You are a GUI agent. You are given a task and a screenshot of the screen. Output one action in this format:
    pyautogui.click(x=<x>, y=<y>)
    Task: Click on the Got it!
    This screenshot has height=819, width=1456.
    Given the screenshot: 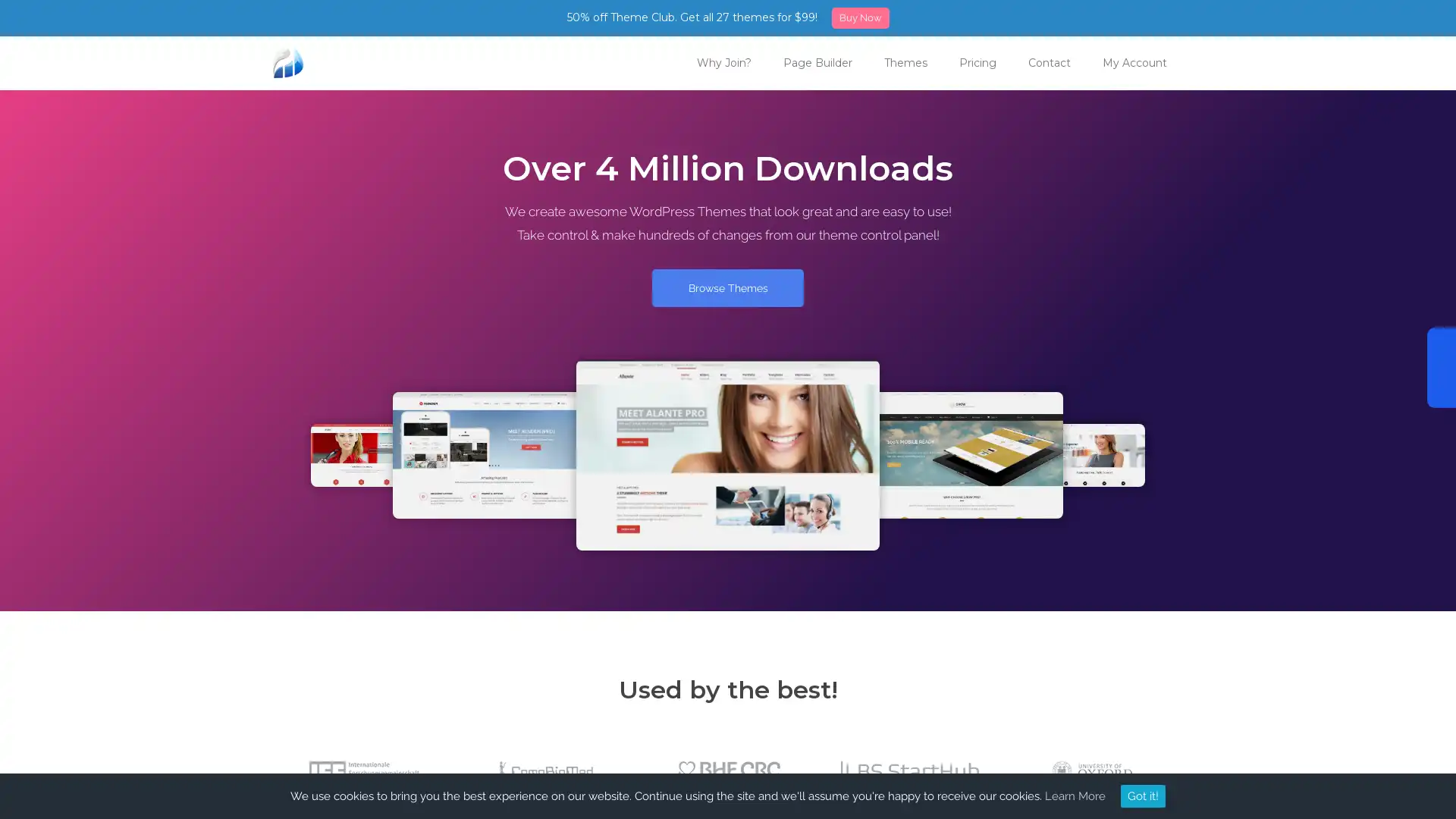 What is the action you would take?
    pyautogui.click(x=1143, y=795)
    